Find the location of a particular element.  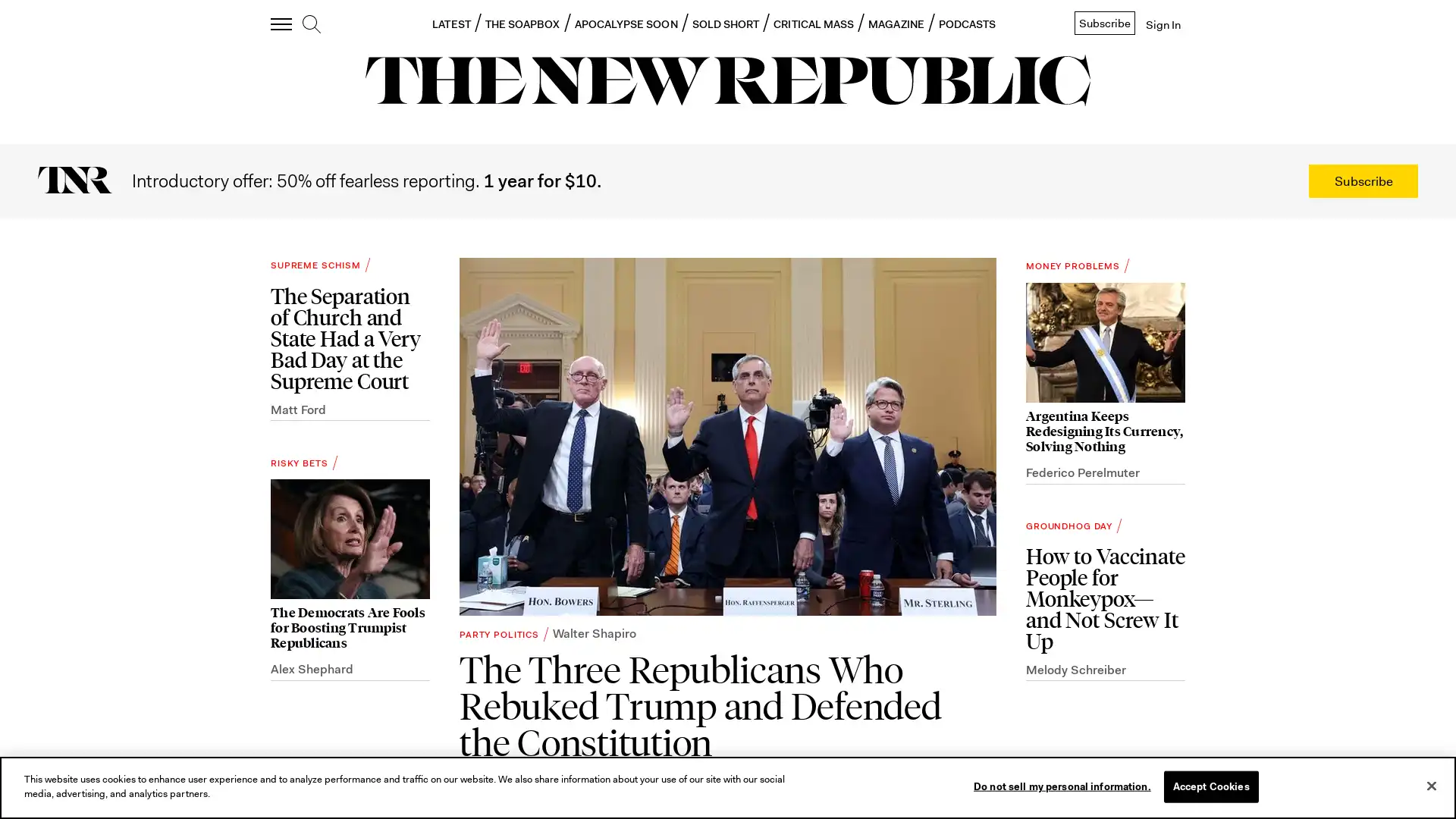

Close is located at coordinates (1430, 785).